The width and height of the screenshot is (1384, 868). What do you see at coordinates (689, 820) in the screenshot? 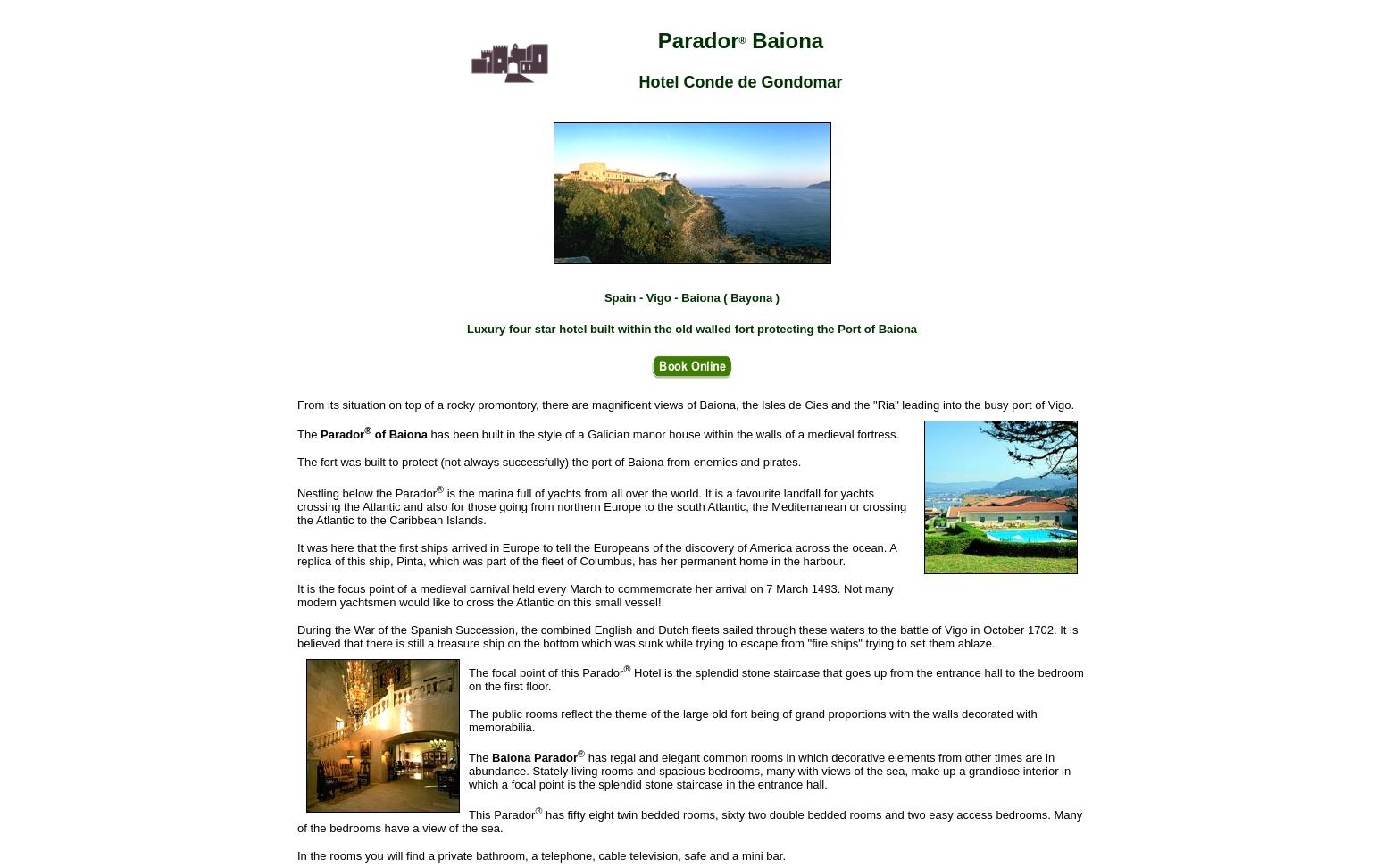
I see `'has fifty eight twin bedded rooms, sixty two double bedded
rooms and two easy access bedrooms. Many of the bedrooms have a
view of the sea.'` at bounding box center [689, 820].